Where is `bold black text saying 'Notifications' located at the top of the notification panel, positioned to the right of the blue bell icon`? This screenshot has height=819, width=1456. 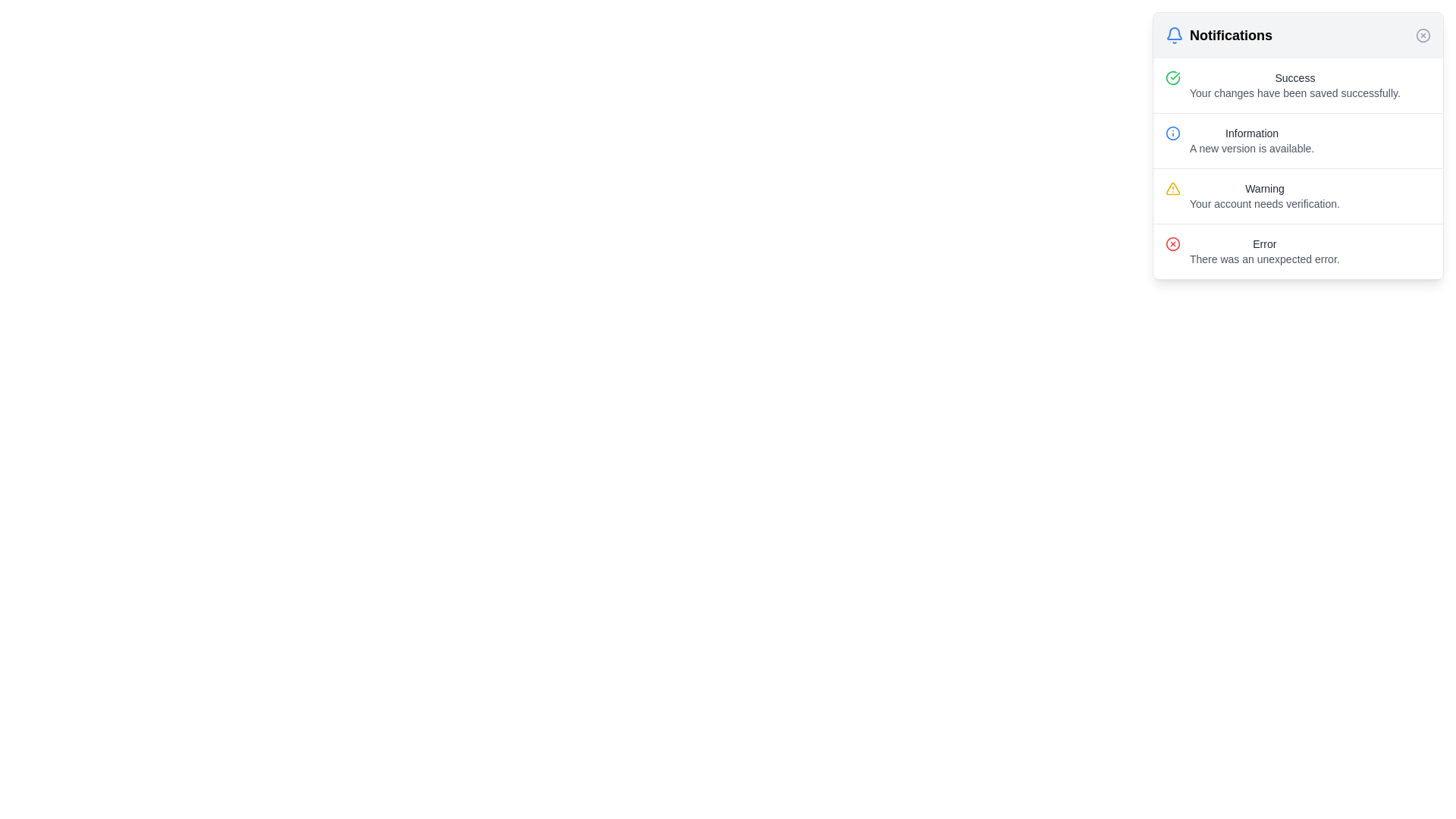 bold black text saying 'Notifications' located at the top of the notification panel, positioned to the right of the blue bell icon is located at coordinates (1231, 34).